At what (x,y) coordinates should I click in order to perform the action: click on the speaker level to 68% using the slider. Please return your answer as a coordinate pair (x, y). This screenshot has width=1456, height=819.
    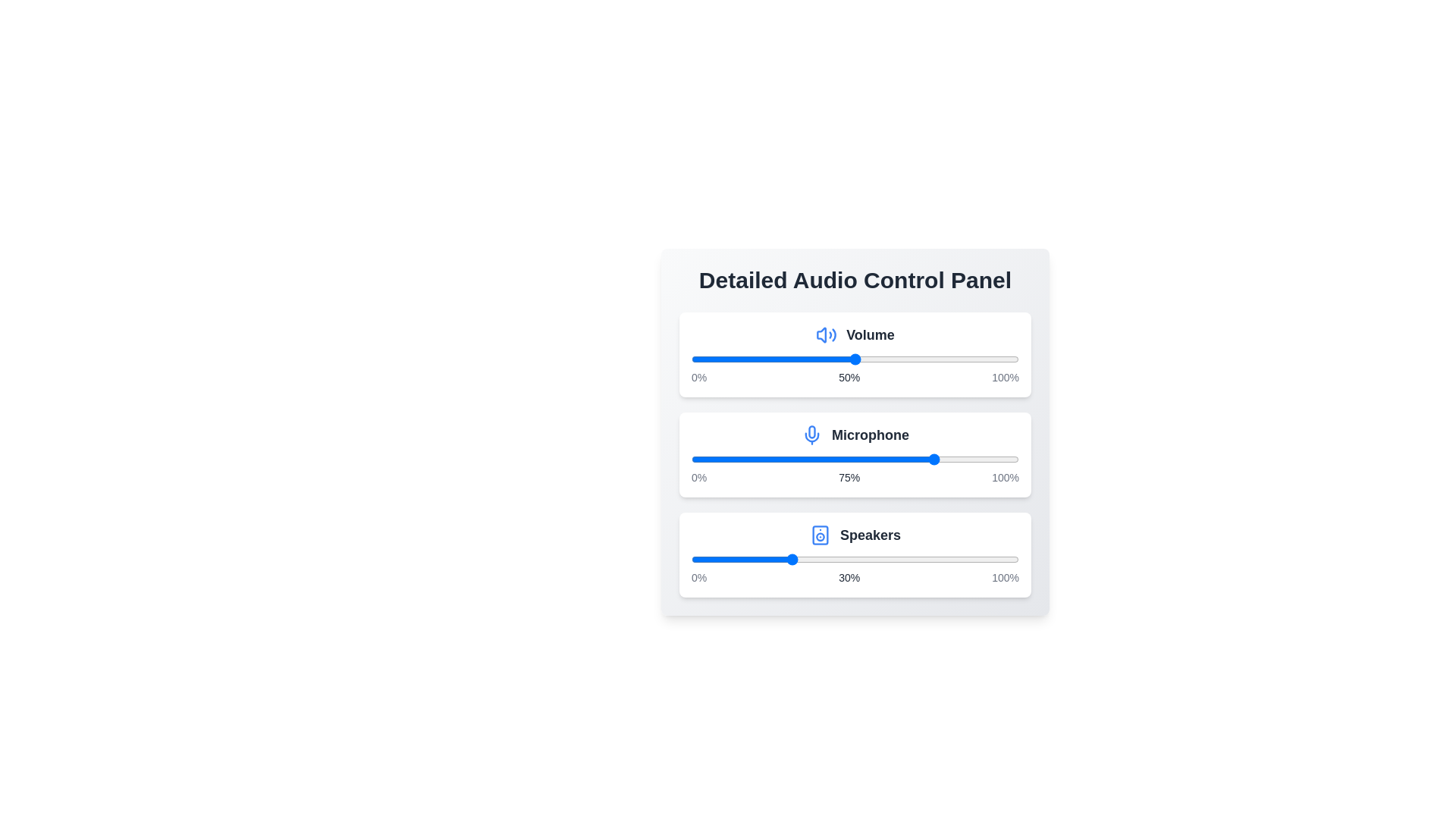
    Looking at the image, I should click on (913, 559).